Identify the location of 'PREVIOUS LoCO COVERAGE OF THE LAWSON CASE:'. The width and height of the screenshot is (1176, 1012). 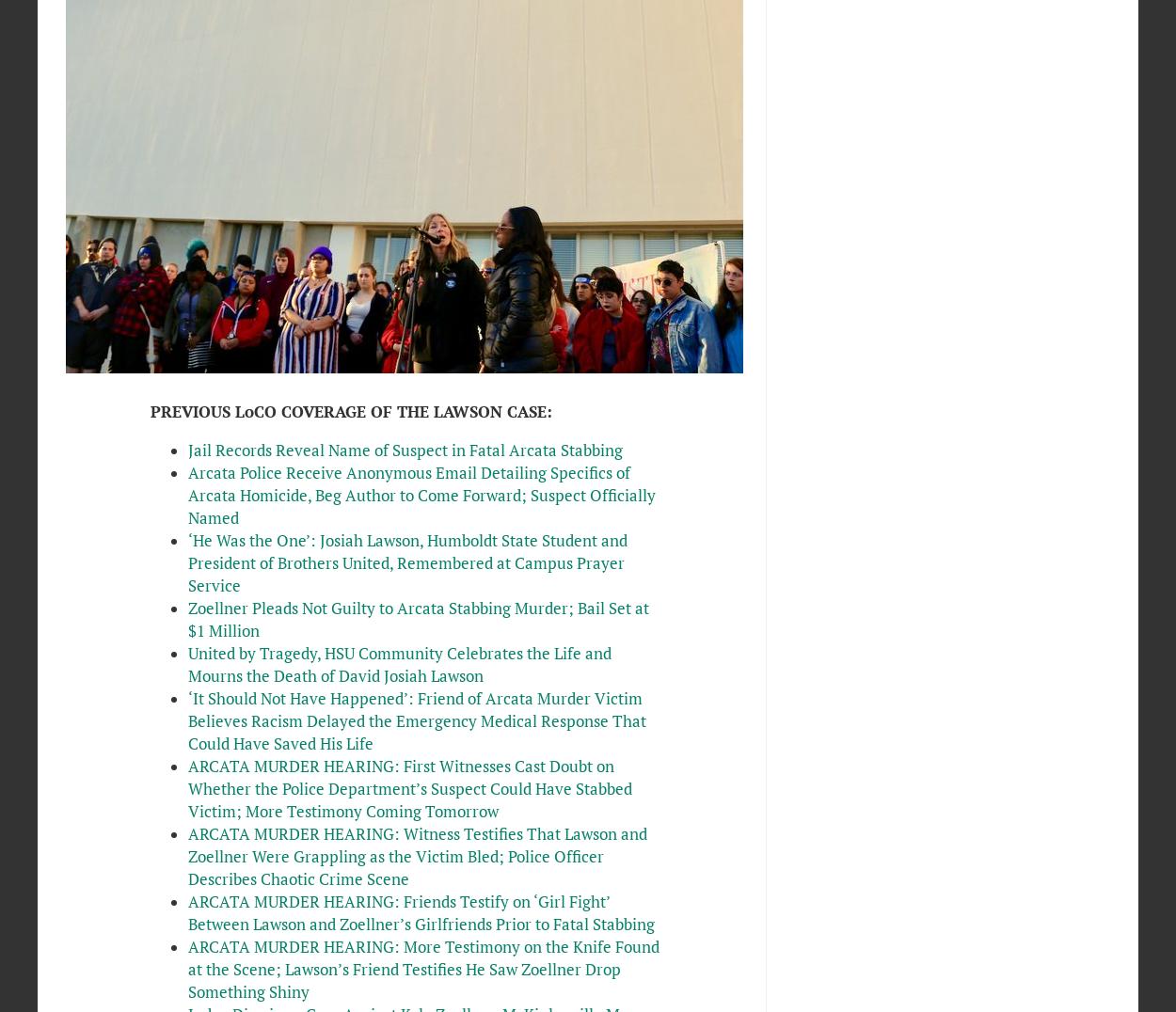
(349, 412).